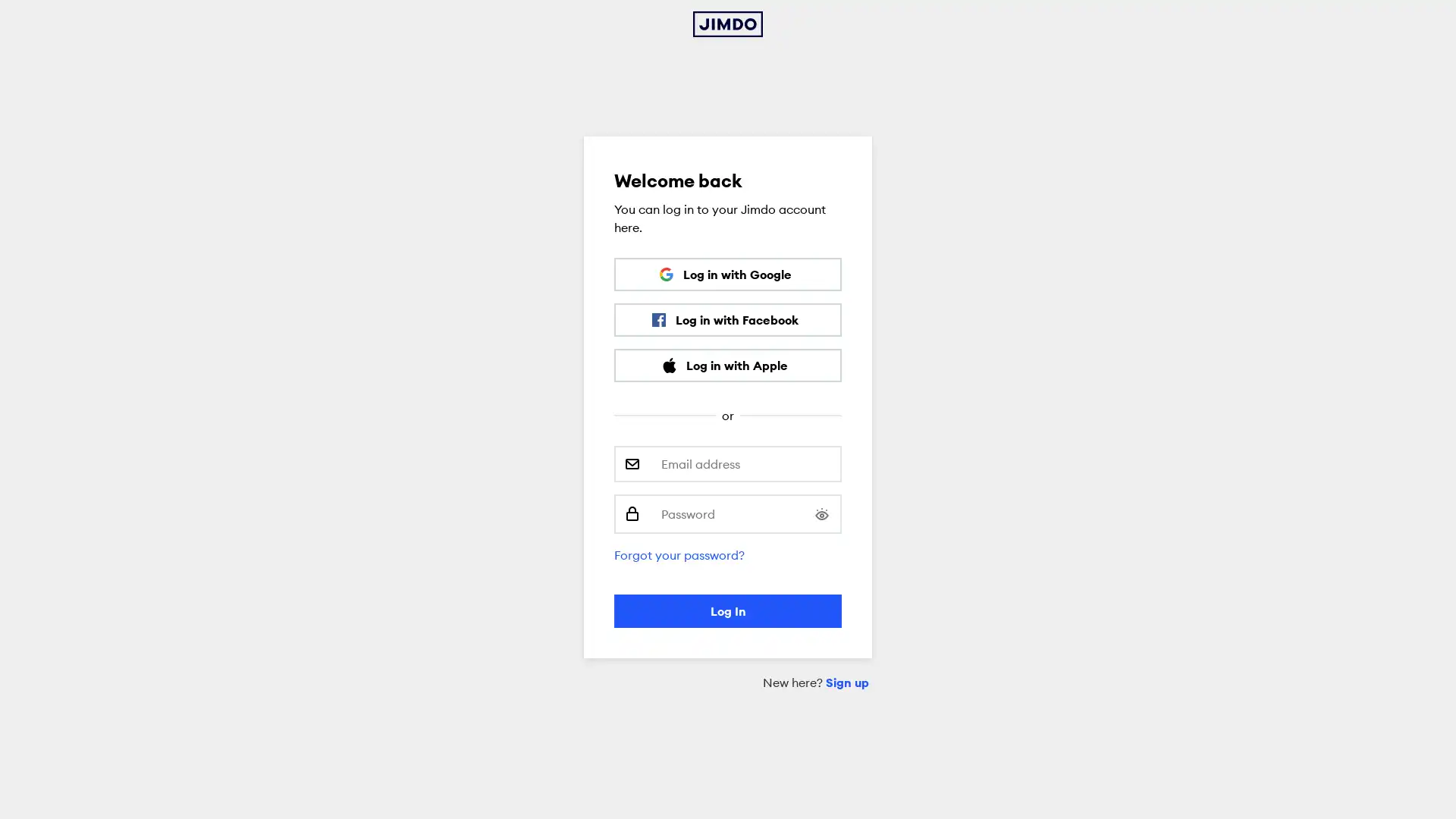  Describe the element at coordinates (821, 513) in the screenshot. I see `Show password` at that location.